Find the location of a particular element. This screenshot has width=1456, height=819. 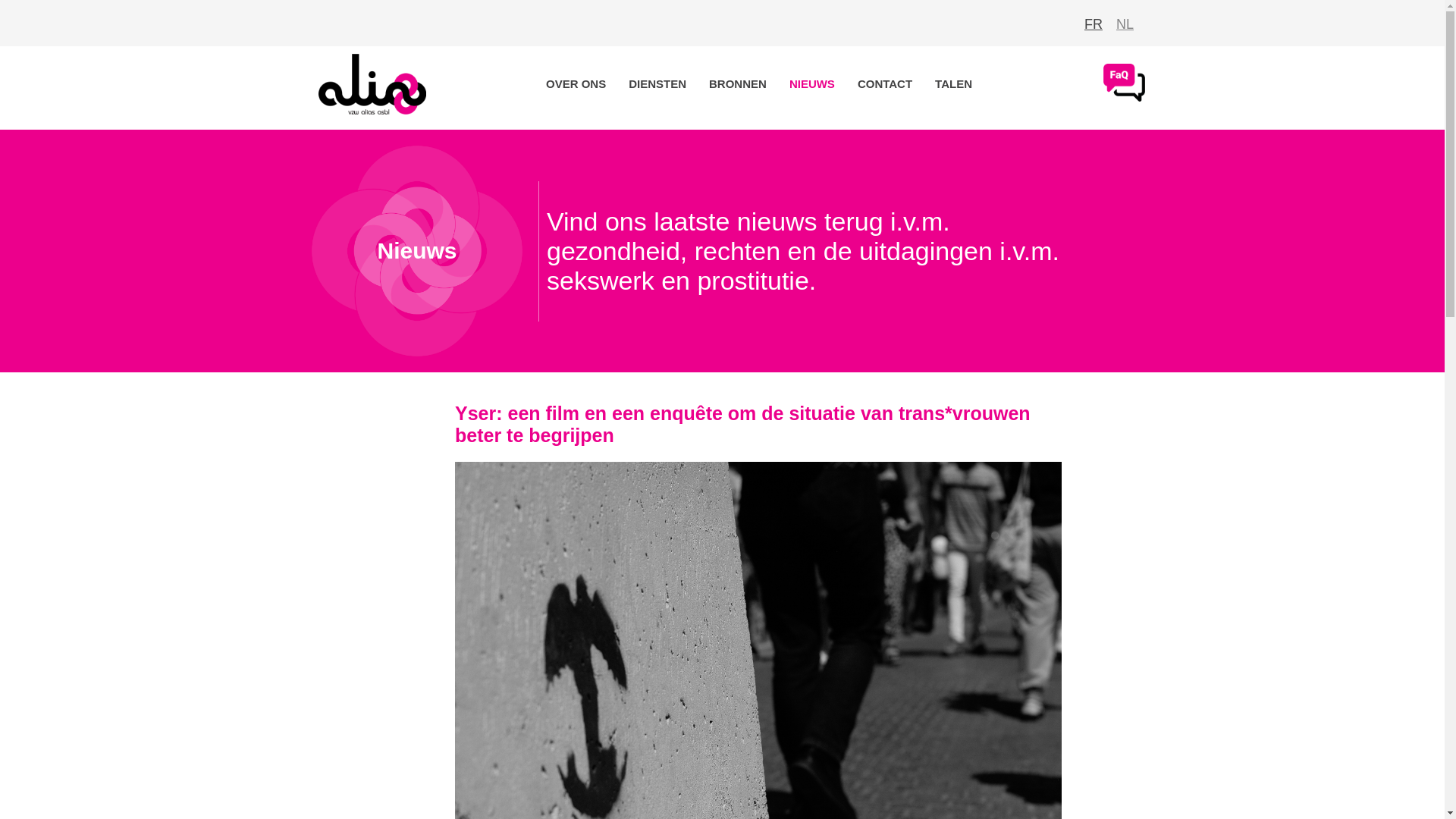

'NIEUWS' is located at coordinates (811, 83).